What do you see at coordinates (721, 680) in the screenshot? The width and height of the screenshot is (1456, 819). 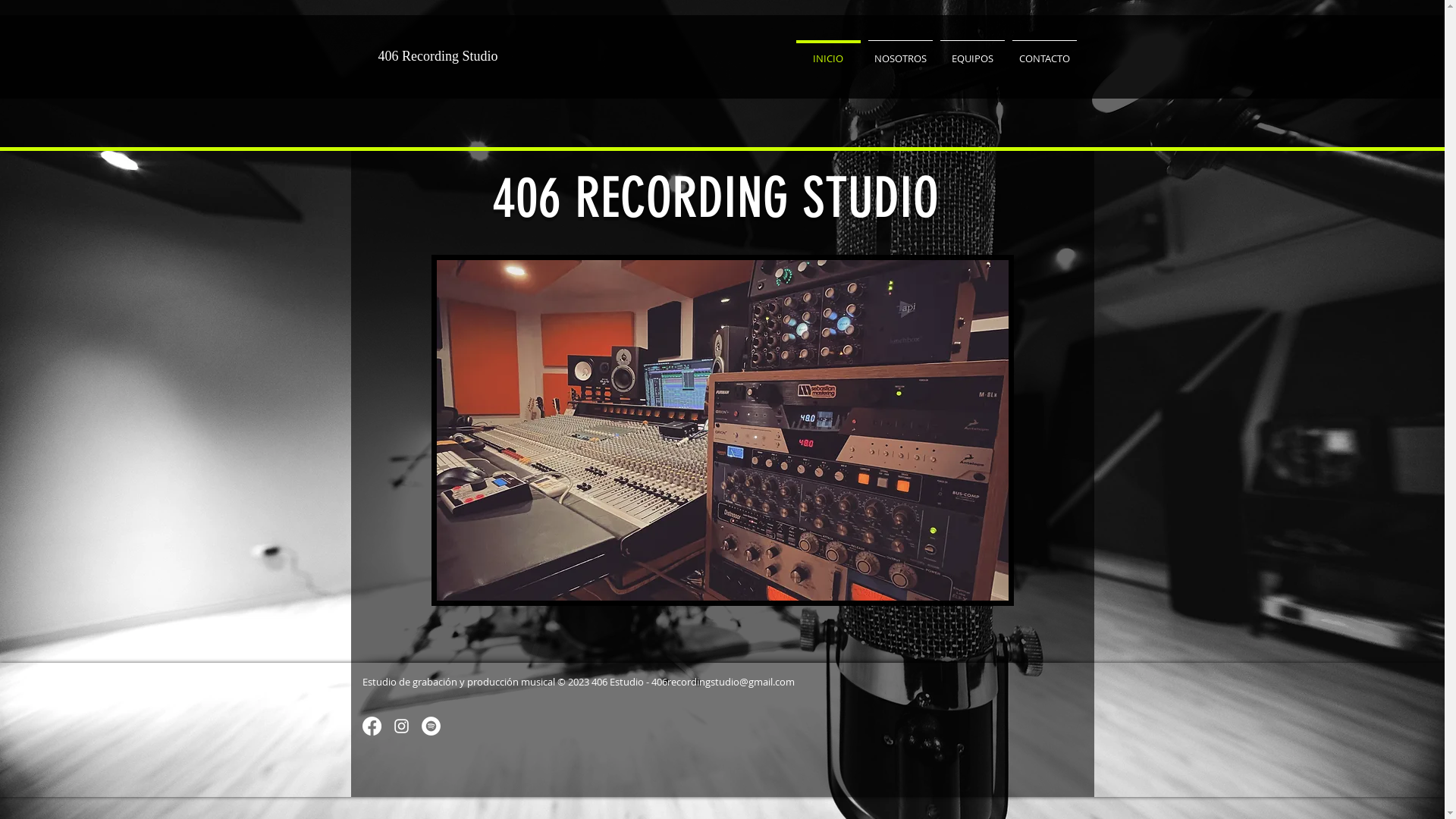 I see `'406recordingstudio@gmail.com'` at bounding box center [721, 680].